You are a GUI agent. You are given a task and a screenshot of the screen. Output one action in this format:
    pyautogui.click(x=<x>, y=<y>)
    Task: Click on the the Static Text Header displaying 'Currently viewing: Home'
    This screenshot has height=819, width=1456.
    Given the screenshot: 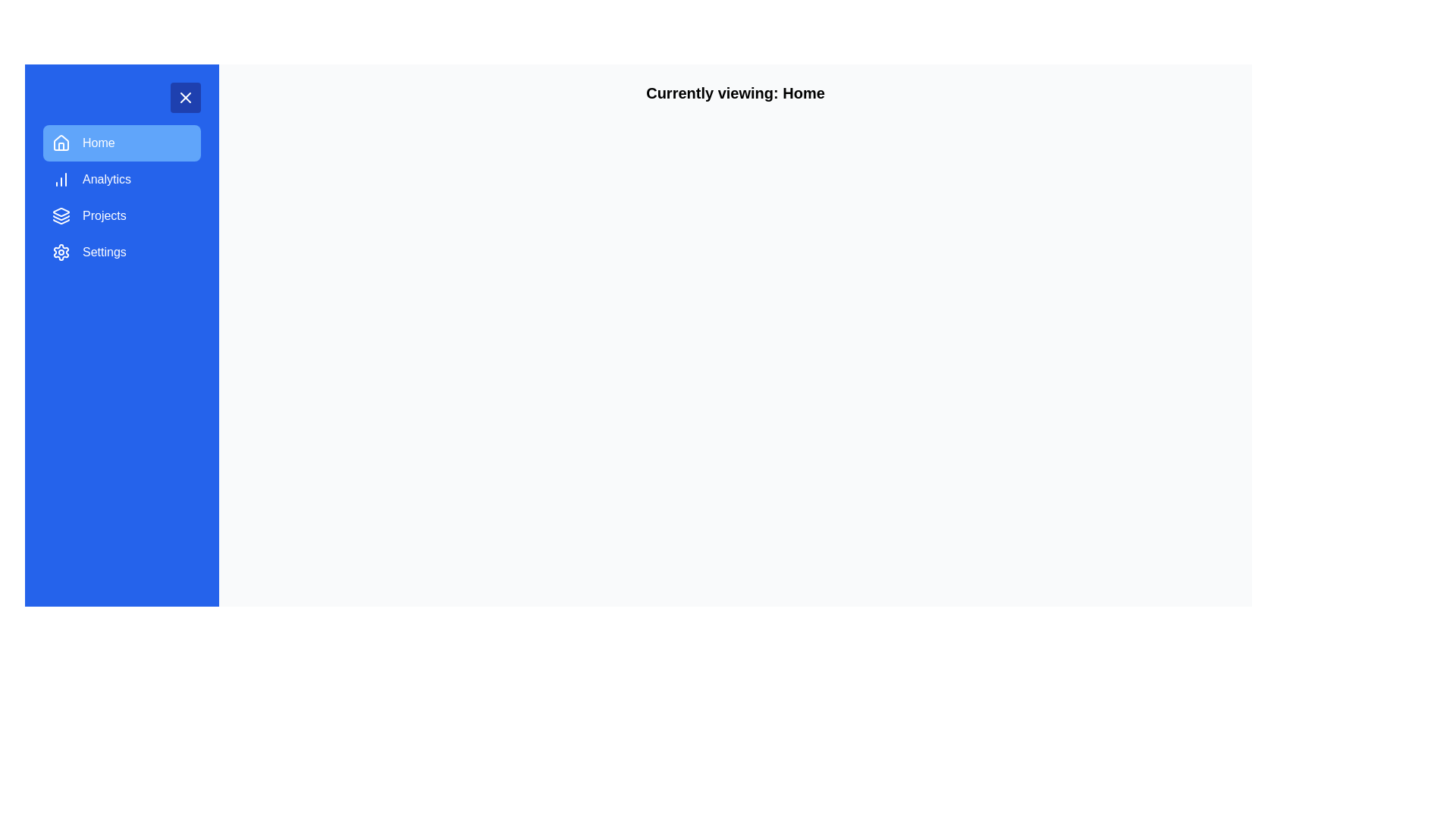 What is the action you would take?
    pyautogui.click(x=735, y=93)
    